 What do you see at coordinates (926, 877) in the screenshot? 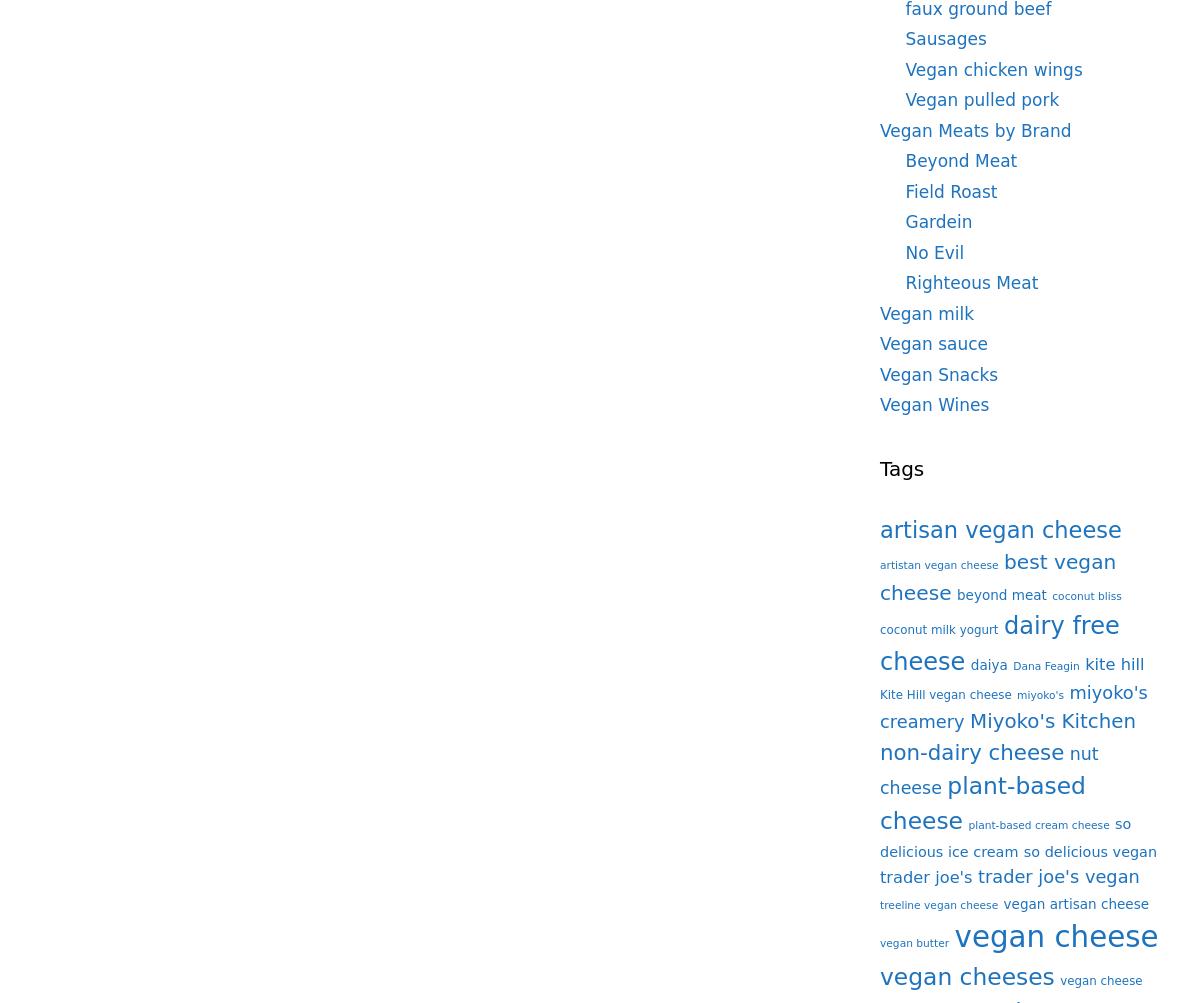
I see `'trader joe's'` at bounding box center [926, 877].